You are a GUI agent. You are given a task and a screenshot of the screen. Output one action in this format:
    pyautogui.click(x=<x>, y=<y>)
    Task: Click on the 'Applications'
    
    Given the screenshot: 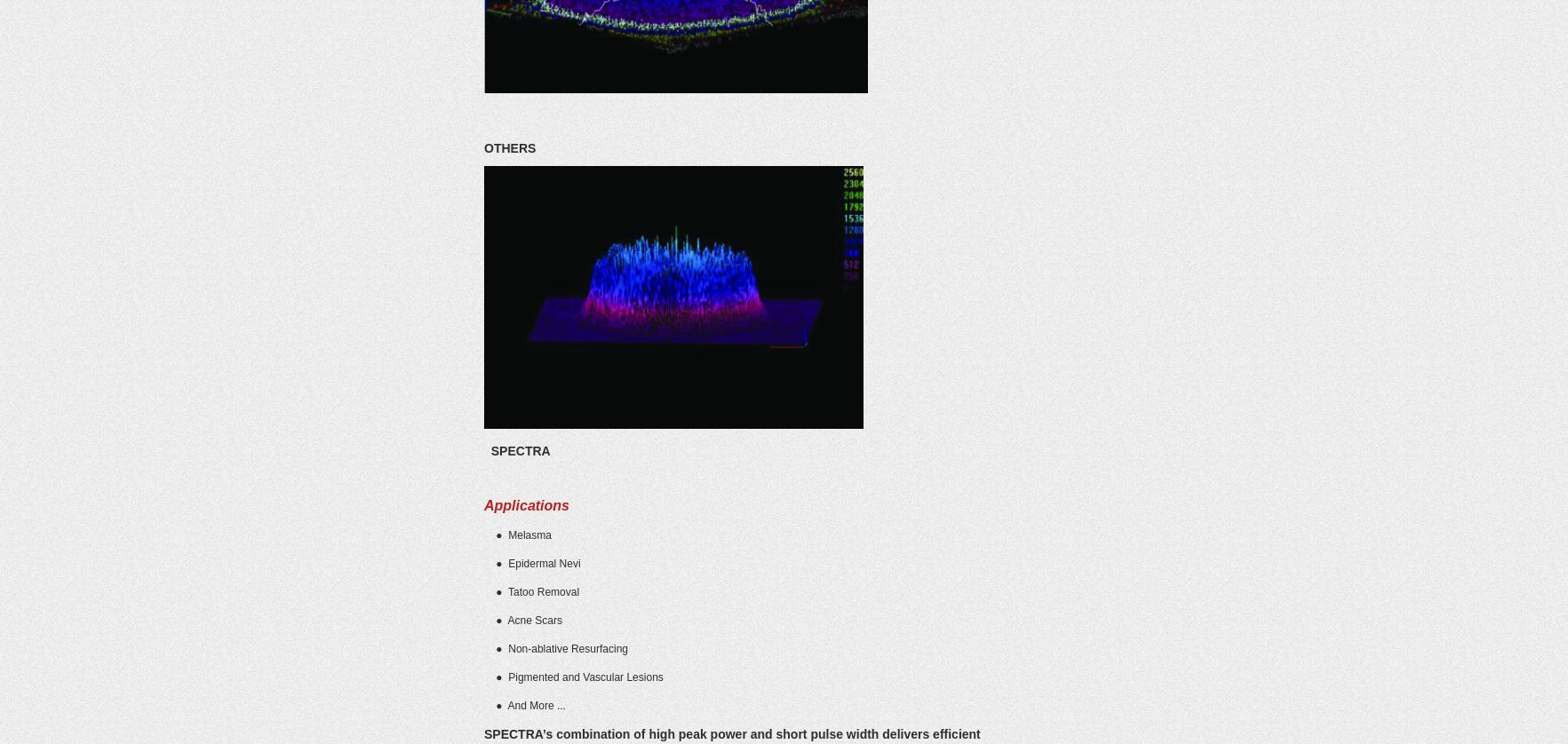 What is the action you would take?
    pyautogui.click(x=526, y=505)
    